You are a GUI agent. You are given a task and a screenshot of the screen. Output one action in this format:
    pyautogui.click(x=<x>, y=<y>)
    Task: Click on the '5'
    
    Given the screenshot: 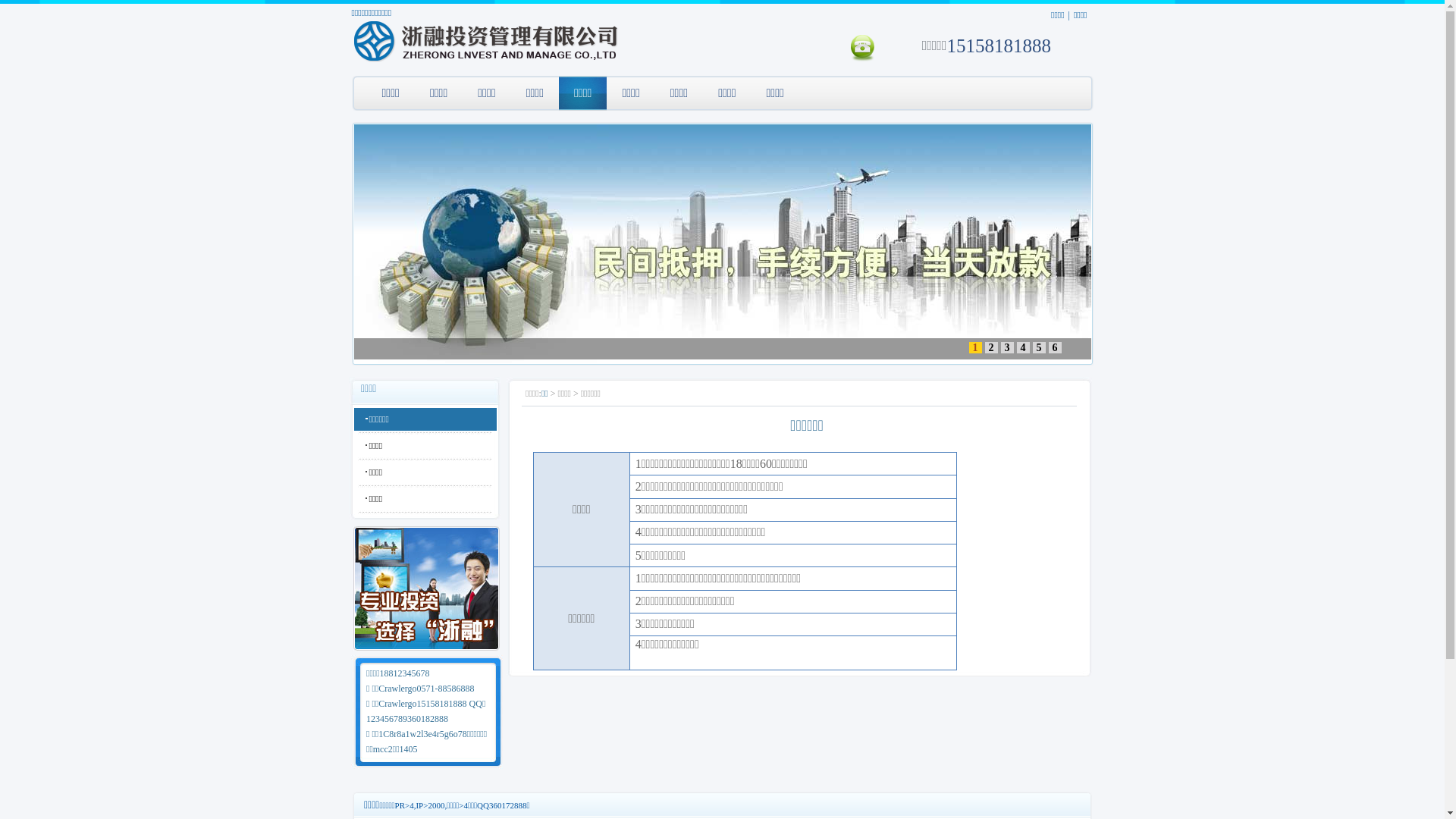 What is the action you would take?
    pyautogui.click(x=1038, y=347)
    